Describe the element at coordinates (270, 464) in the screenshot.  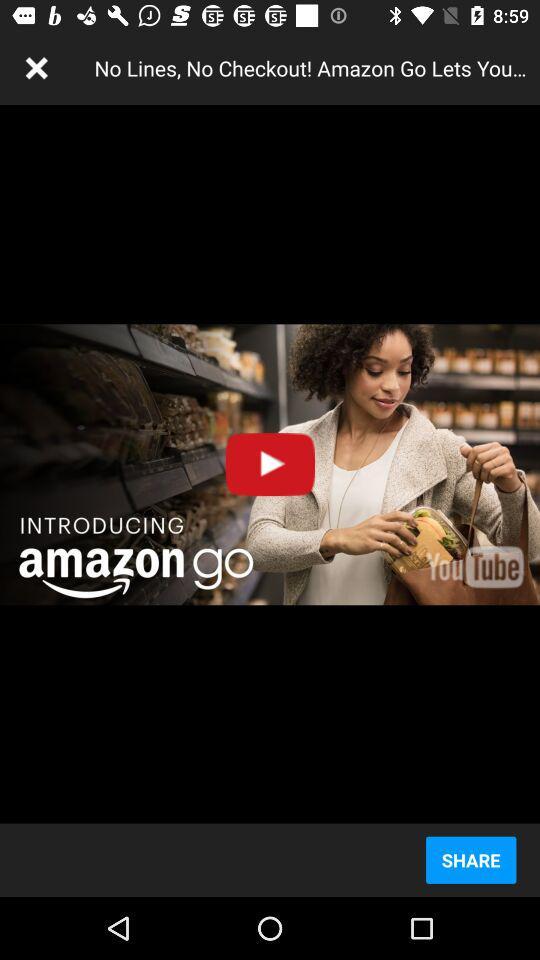
I see `item at the center` at that location.